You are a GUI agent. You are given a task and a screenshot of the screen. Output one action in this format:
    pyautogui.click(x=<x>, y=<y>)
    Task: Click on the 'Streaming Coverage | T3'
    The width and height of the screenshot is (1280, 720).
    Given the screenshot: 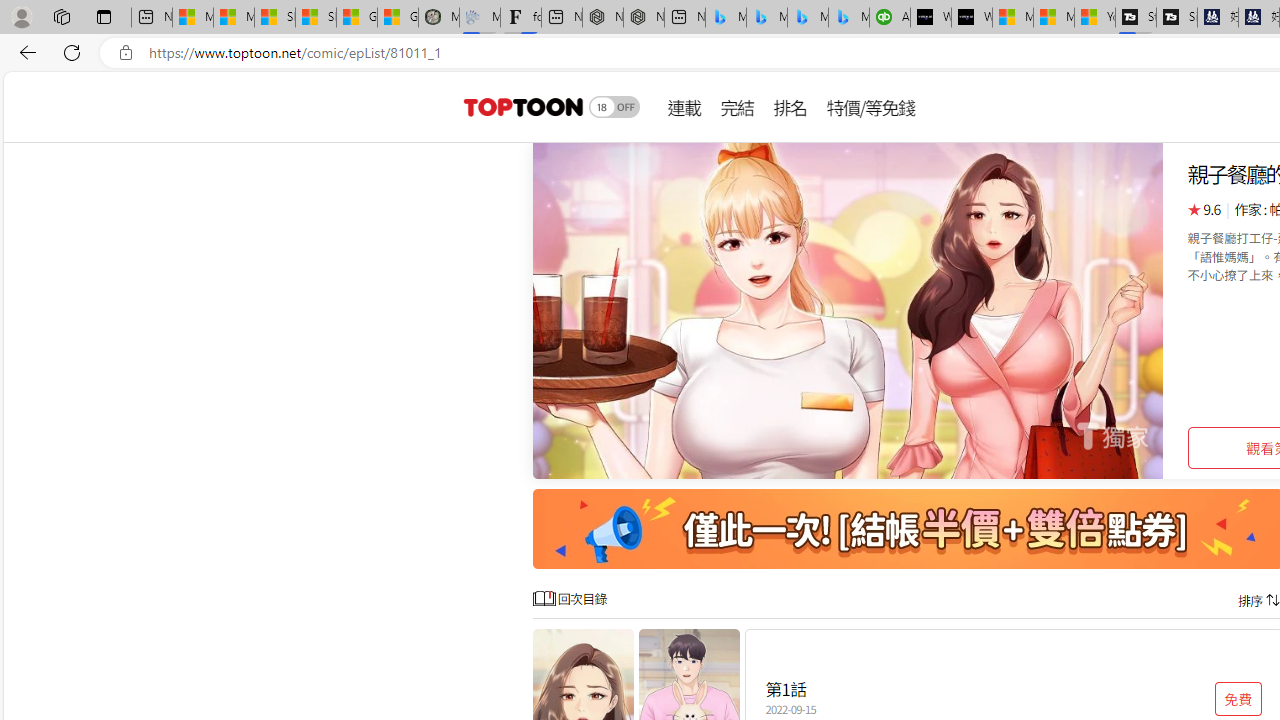 What is the action you would take?
    pyautogui.click(x=1136, y=17)
    